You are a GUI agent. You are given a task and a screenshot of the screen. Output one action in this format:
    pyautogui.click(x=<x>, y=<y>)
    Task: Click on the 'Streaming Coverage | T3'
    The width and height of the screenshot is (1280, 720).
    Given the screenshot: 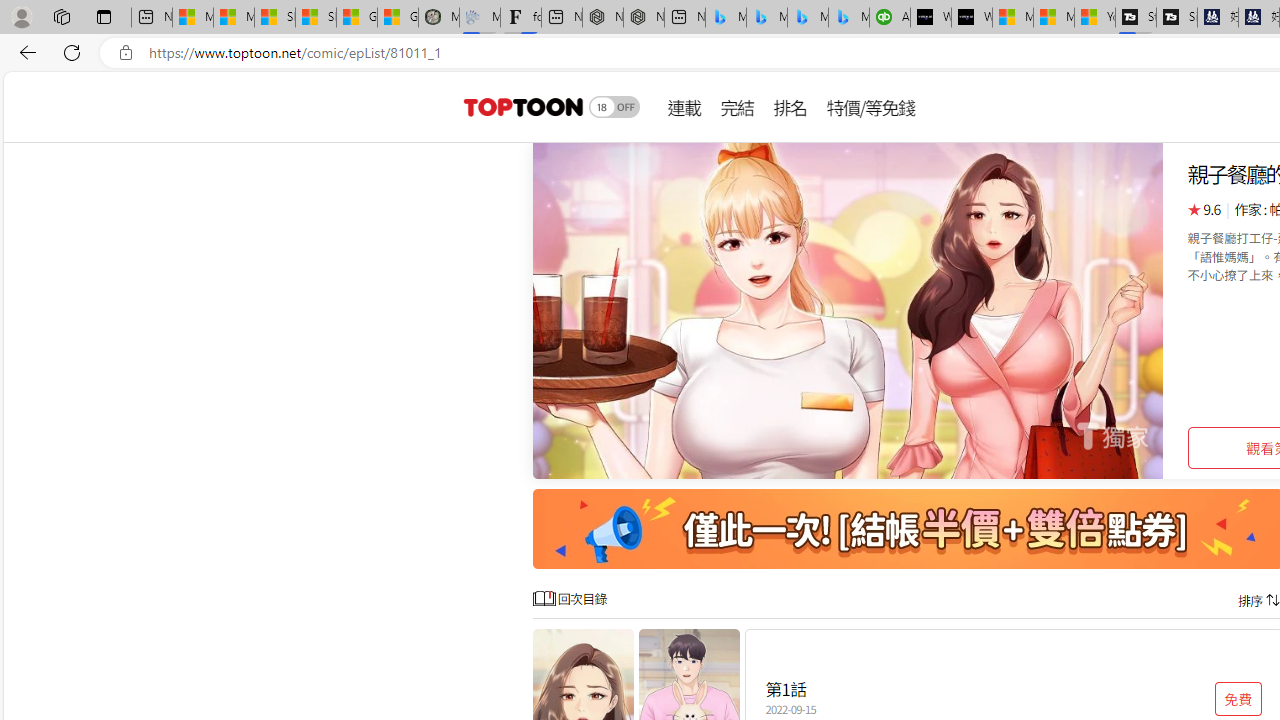 What is the action you would take?
    pyautogui.click(x=1136, y=17)
    